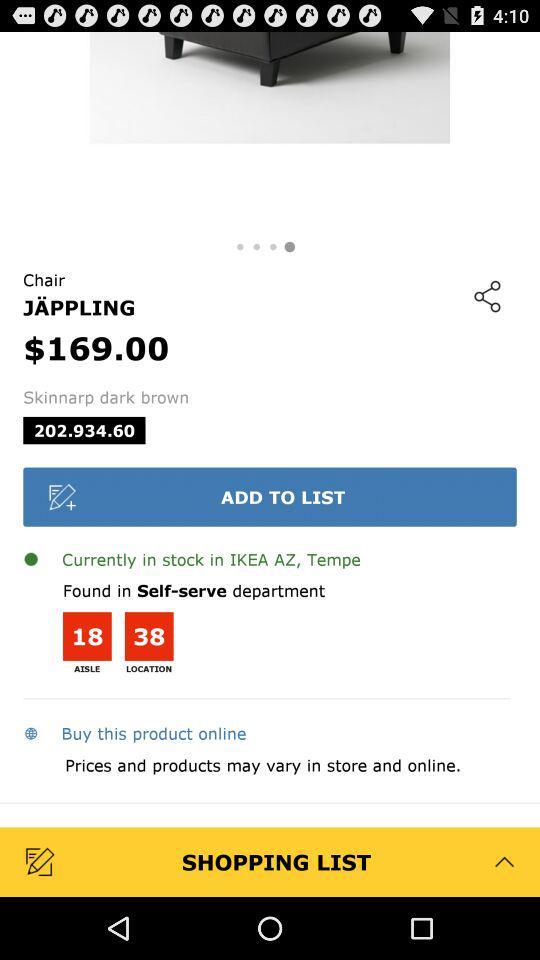 The image size is (540, 960). What do you see at coordinates (486, 295) in the screenshot?
I see `share item` at bounding box center [486, 295].